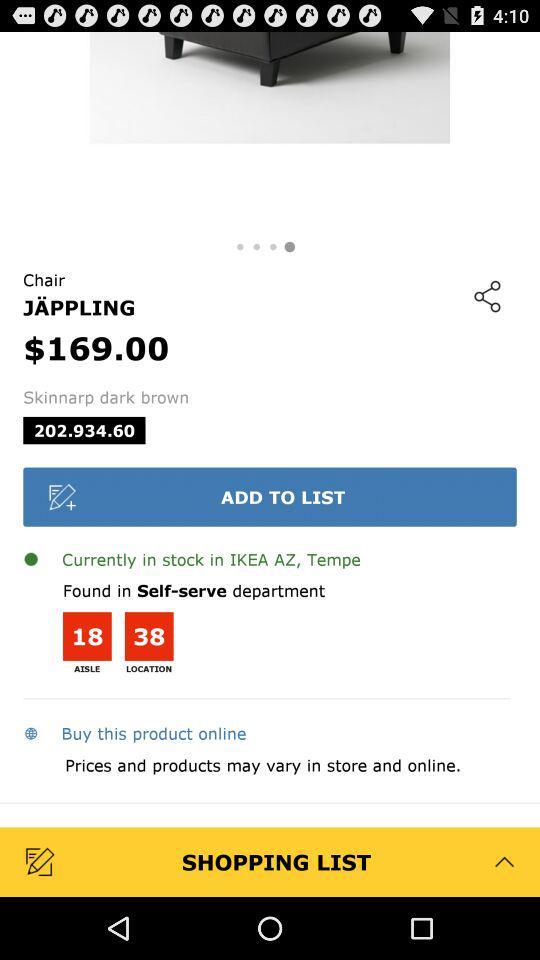 The image size is (540, 960). What do you see at coordinates (486, 295) in the screenshot?
I see `share item` at bounding box center [486, 295].